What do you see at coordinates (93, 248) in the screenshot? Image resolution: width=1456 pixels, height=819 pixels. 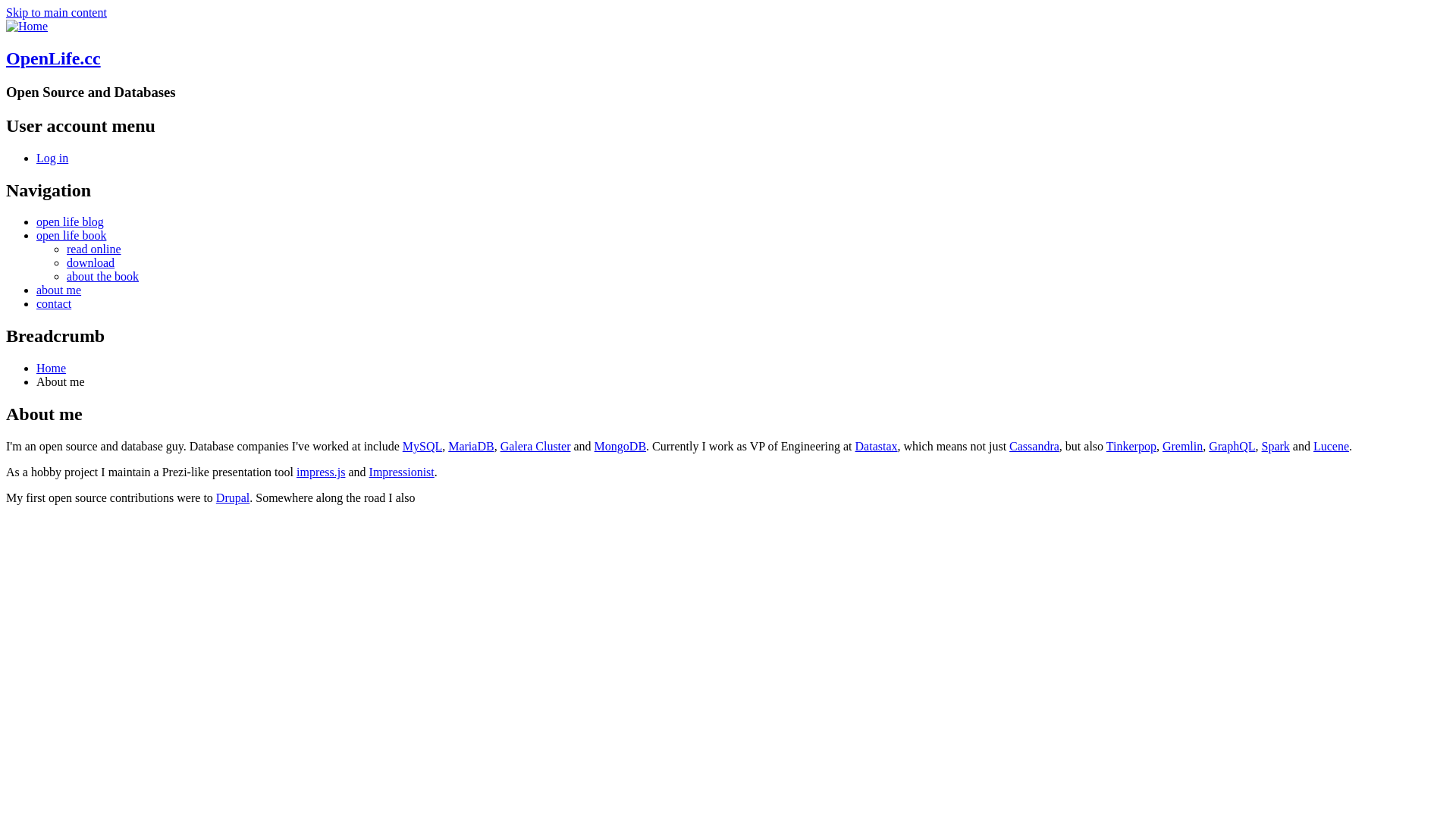 I see `'read online'` at bounding box center [93, 248].